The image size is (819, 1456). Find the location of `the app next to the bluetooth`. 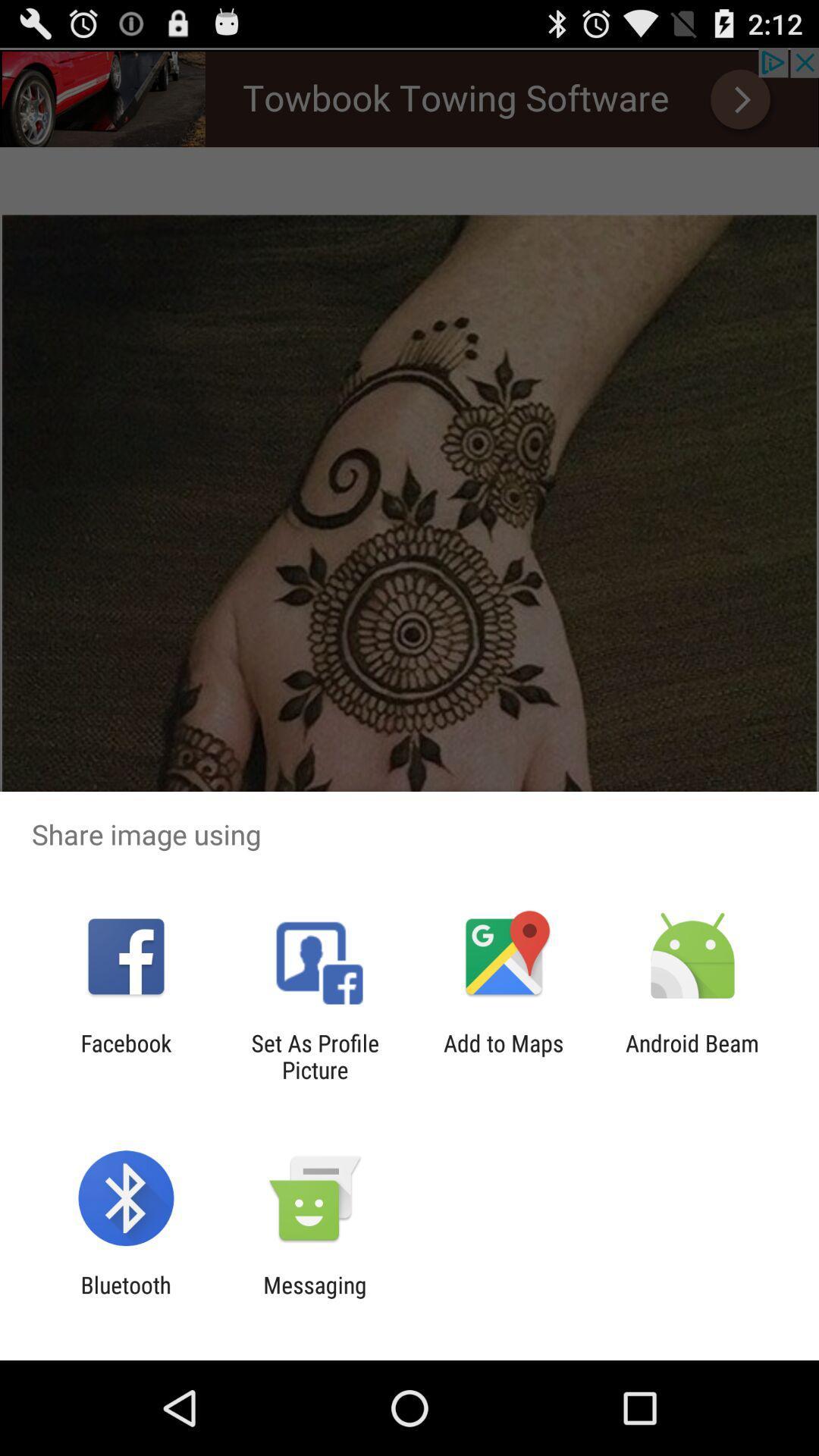

the app next to the bluetooth is located at coordinates (314, 1298).